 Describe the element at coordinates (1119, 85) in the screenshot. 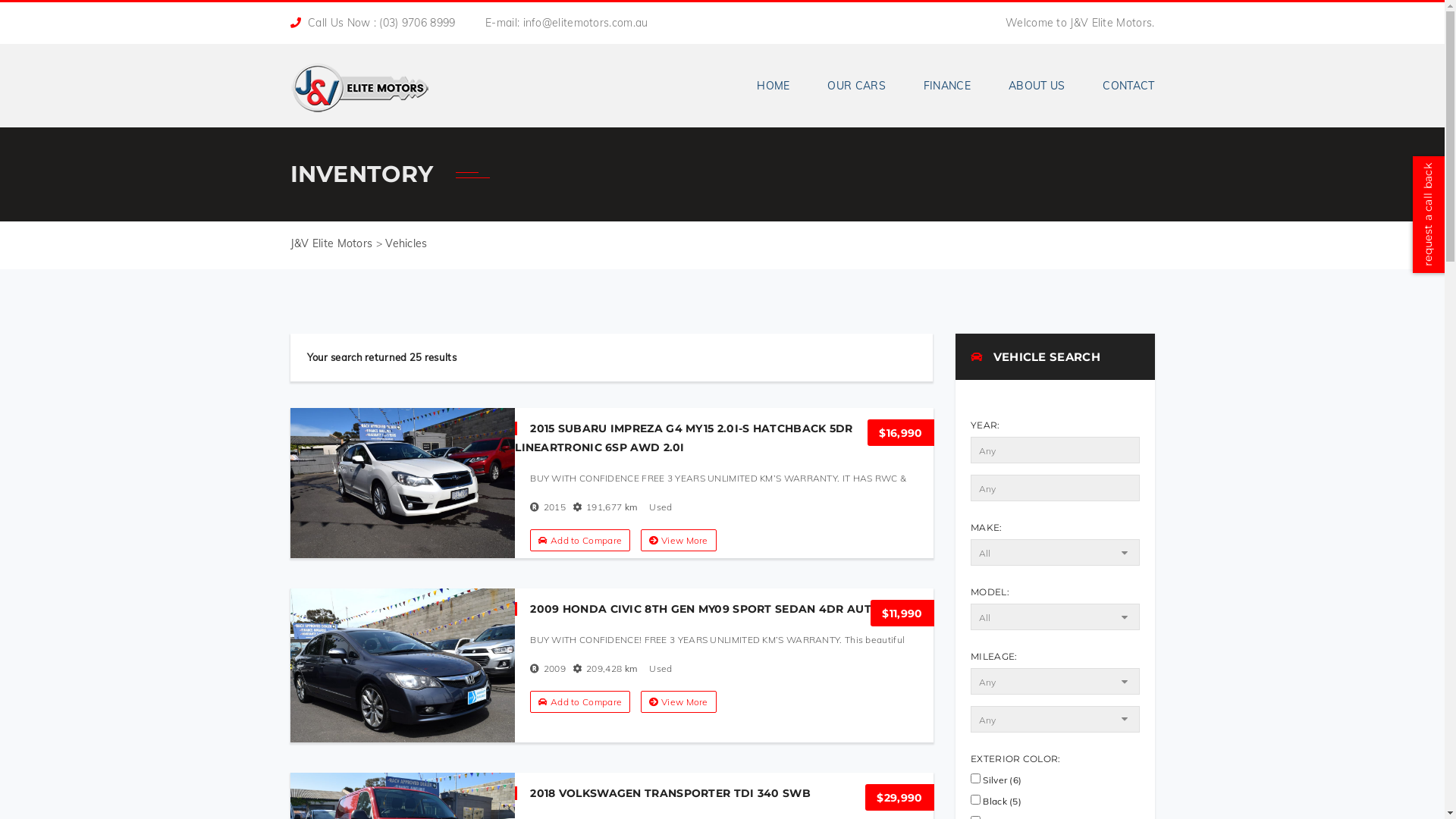

I see `'CONTACT'` at that location.